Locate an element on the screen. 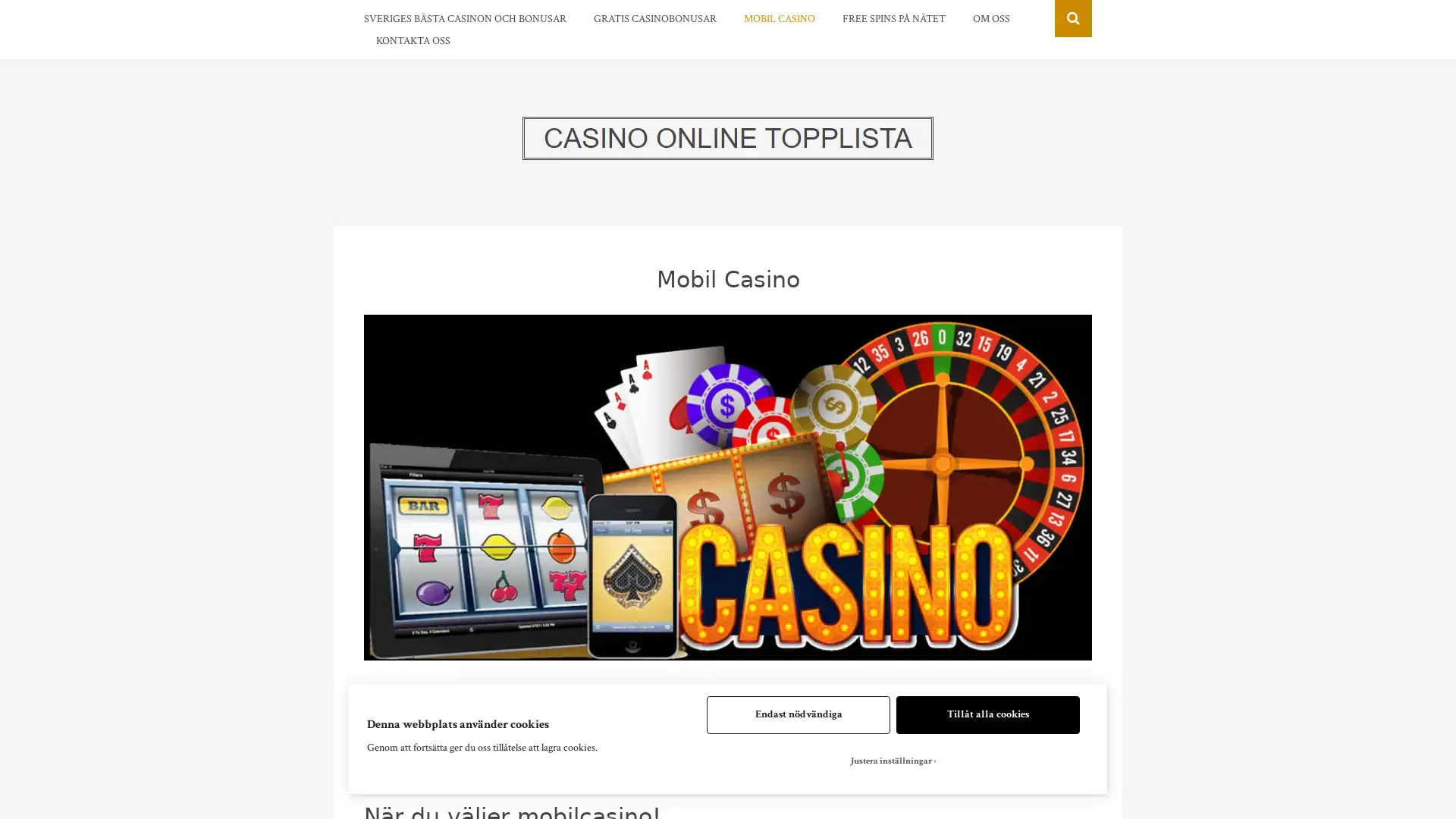 The image size is (1456, 819). Endast nodvandiga is located at coordinates (797, 714).